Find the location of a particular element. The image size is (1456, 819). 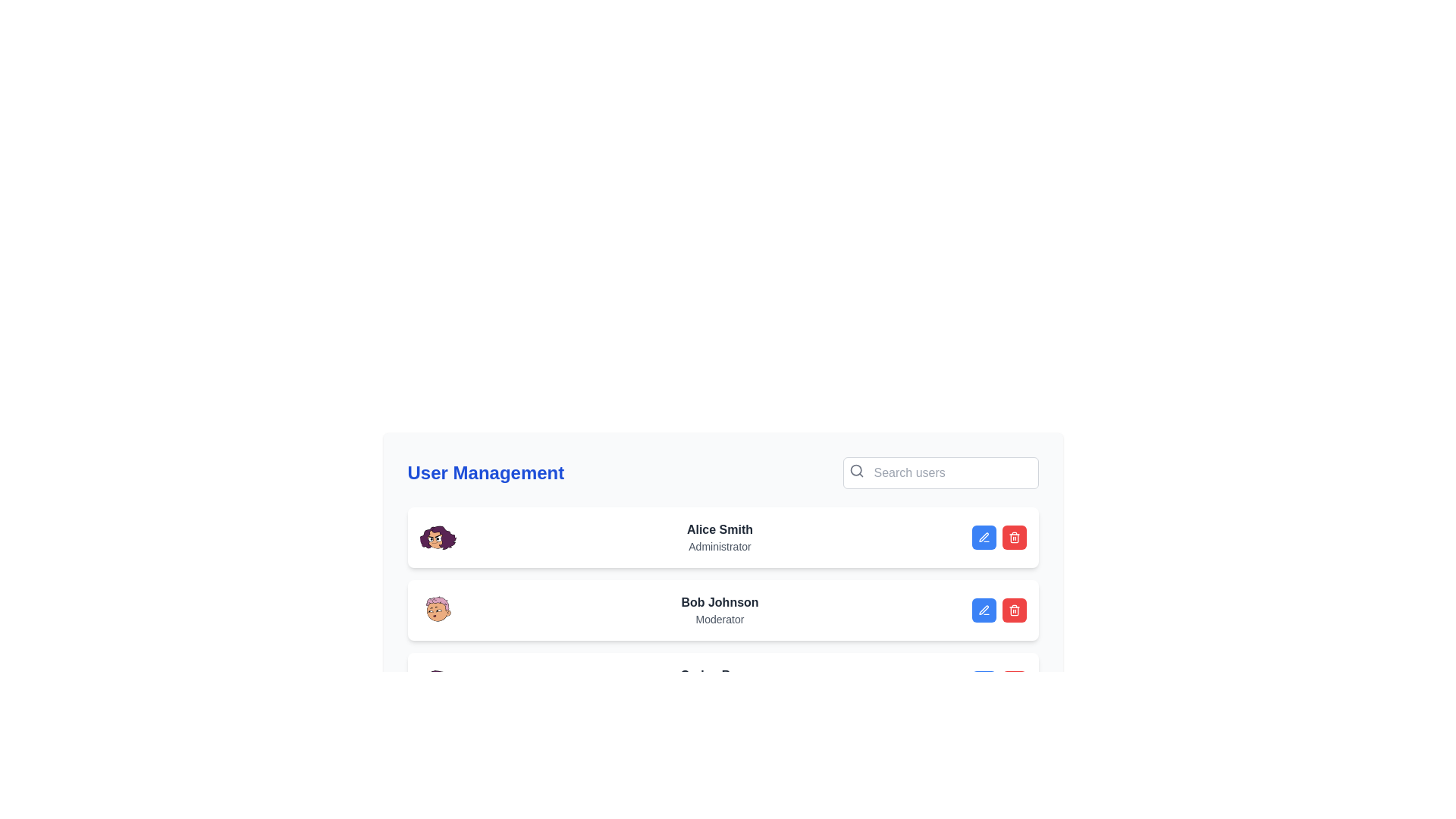

the static text label displaying 'Alice Smith', which is styled in bold dark gray and positioned above the text 'Administrator' in the User Management section is located at coordinates (719, 529).